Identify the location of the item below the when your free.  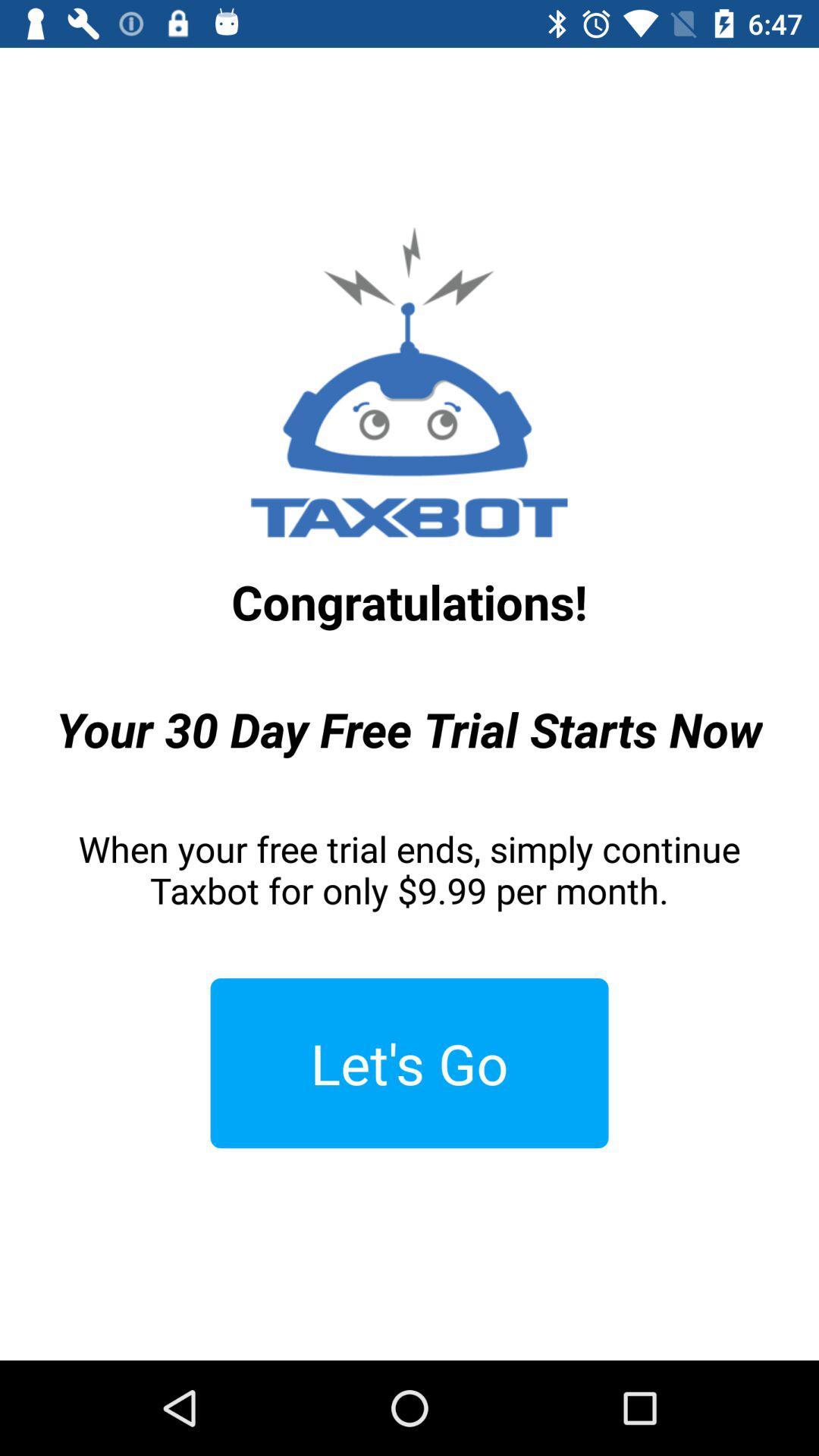
(409, 1062).